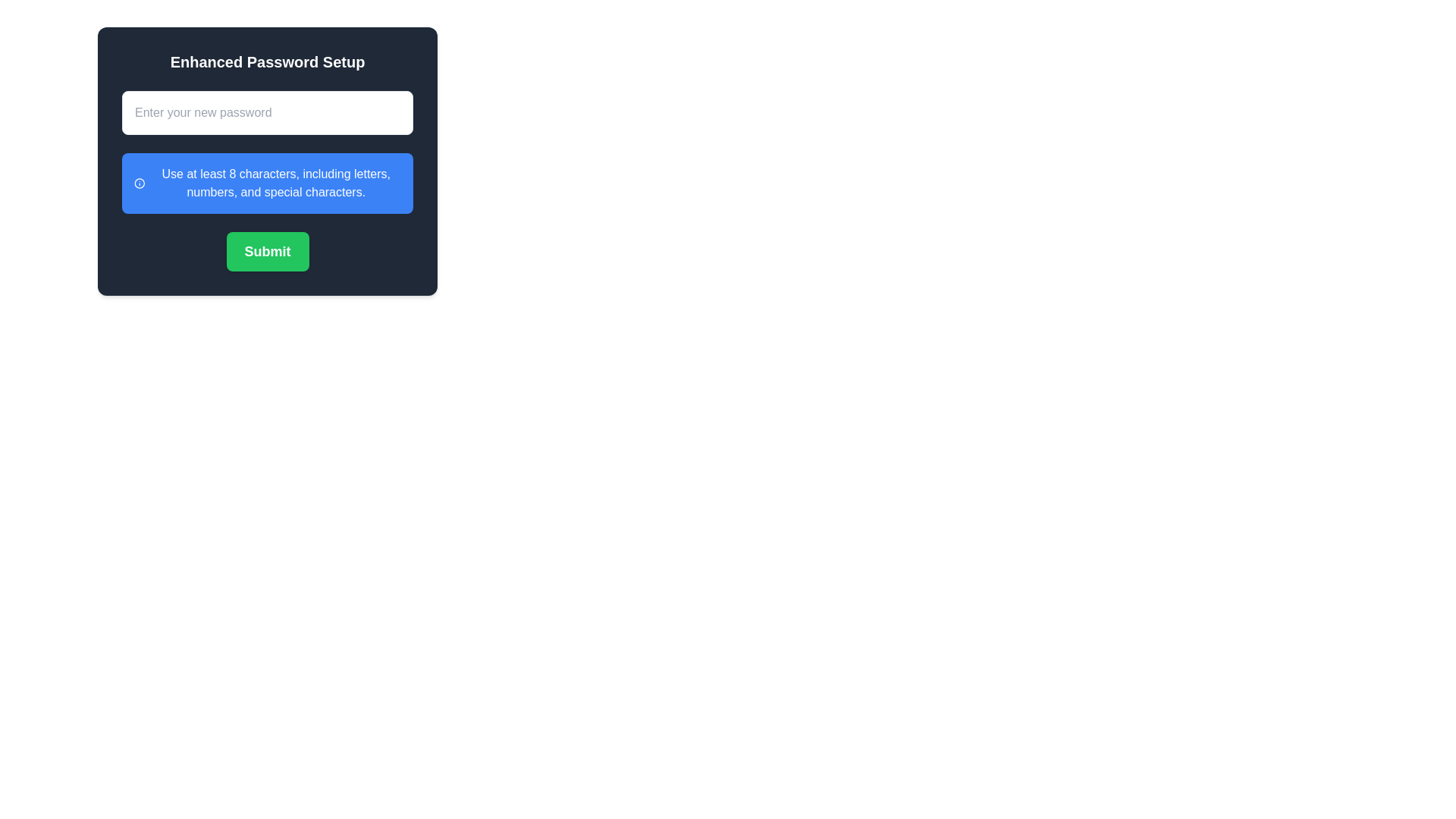 The height and width of the screenshot is (819, 1456). Describe the element at coordinates (268, 161) in the screenshot. I see `the information panel for password creation guidelines located under the title 'Enhanced Password Setup' by clicking on it` at that location.